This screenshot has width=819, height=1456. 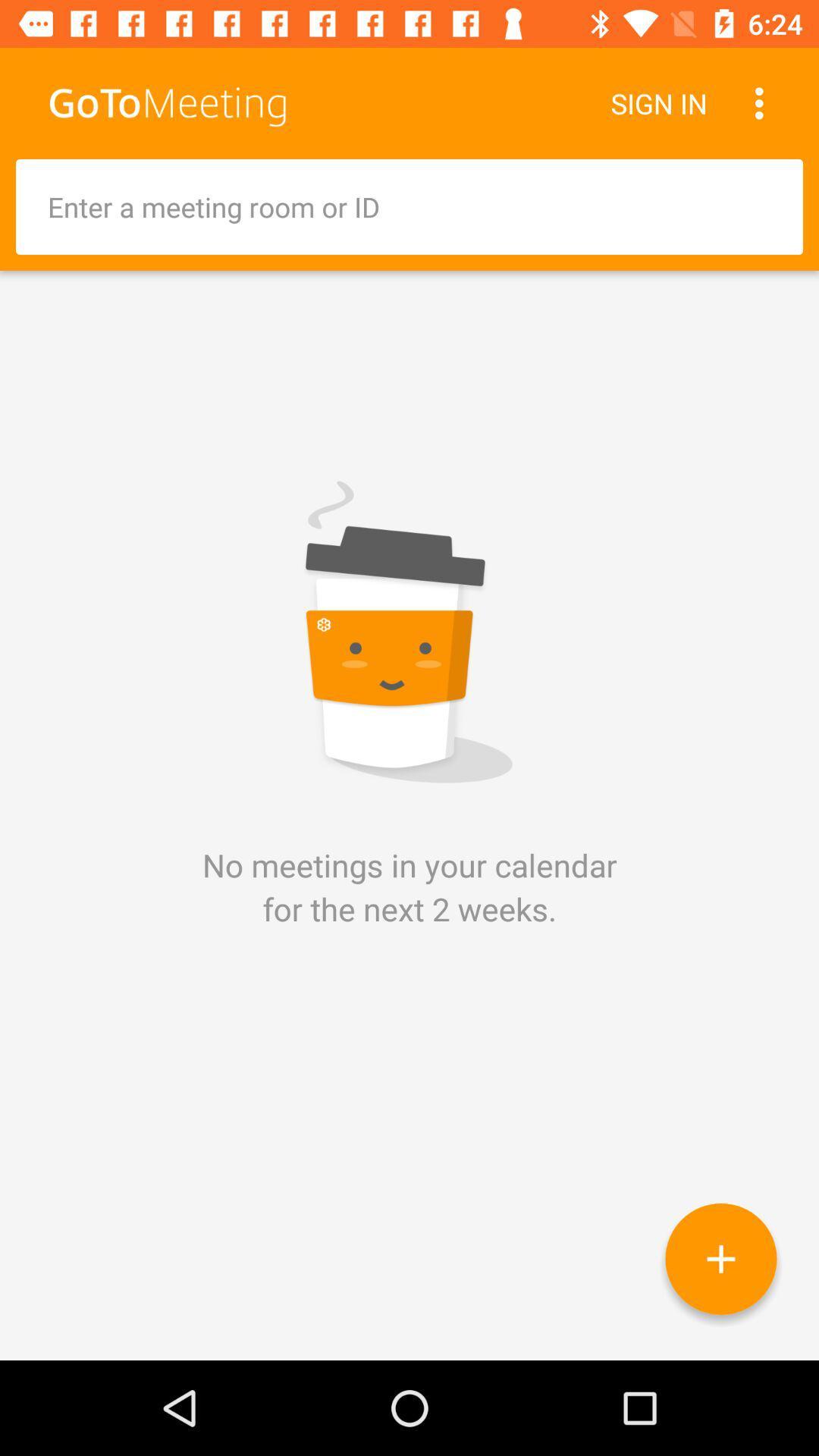 I want to click on entire information, so click(x=409, y=206).